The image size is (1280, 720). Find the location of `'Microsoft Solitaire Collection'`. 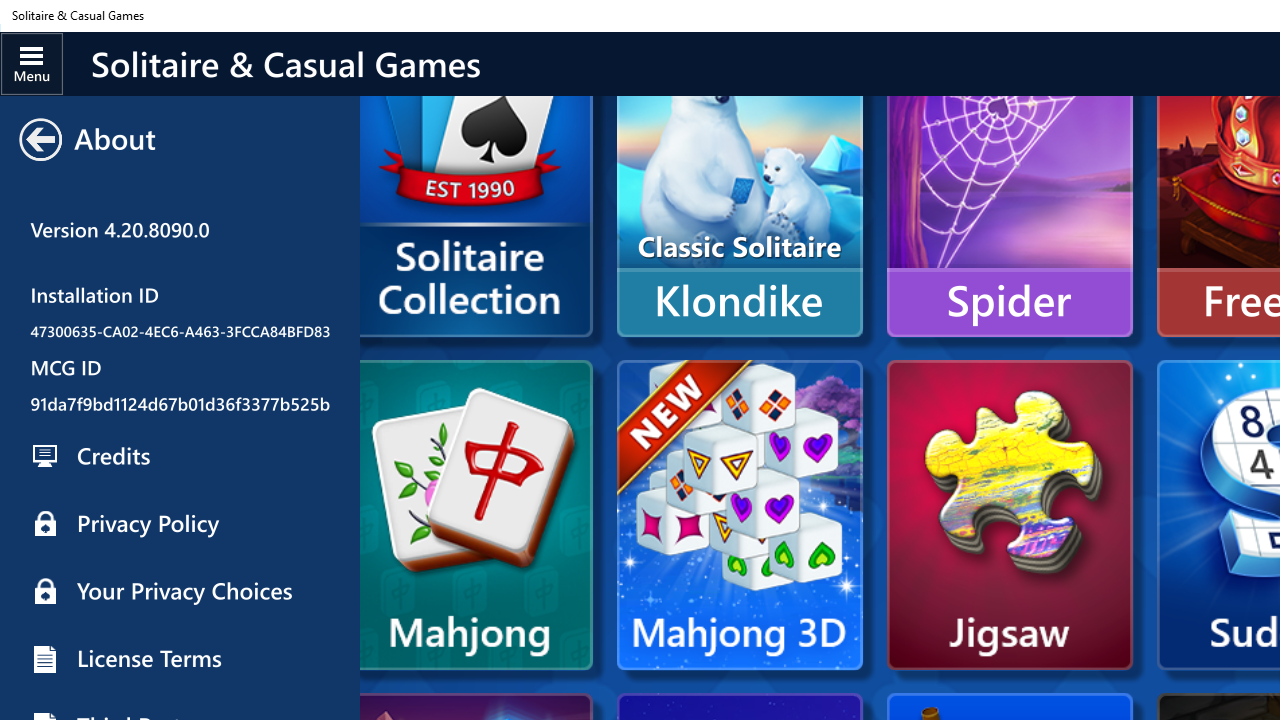

'Microsoft Solitaire Collection' is located at coordinates (468, 212).